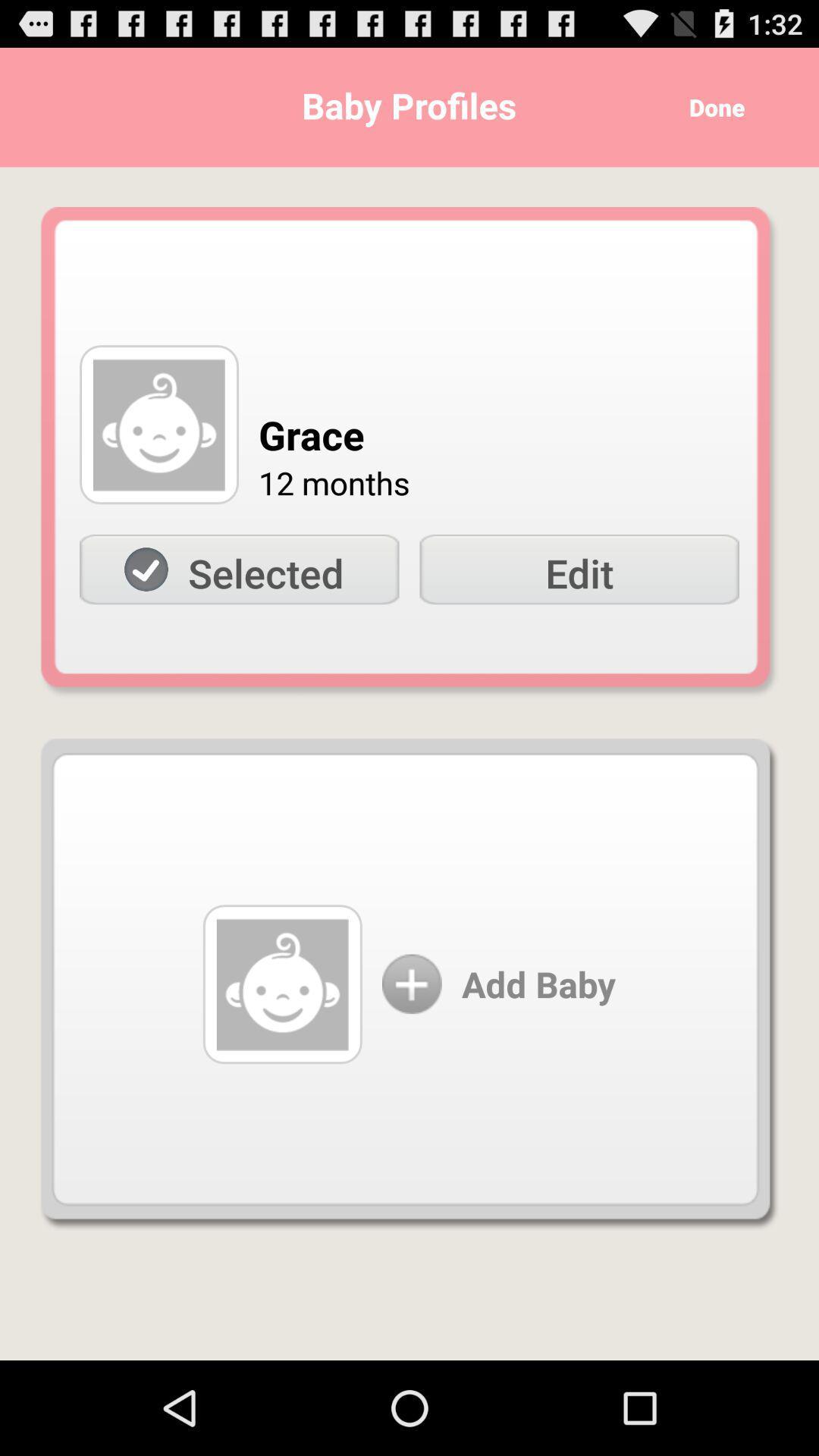 This screenshot has width=819, height=1456. I want to click on done at the top right corner, so click(711, 106).